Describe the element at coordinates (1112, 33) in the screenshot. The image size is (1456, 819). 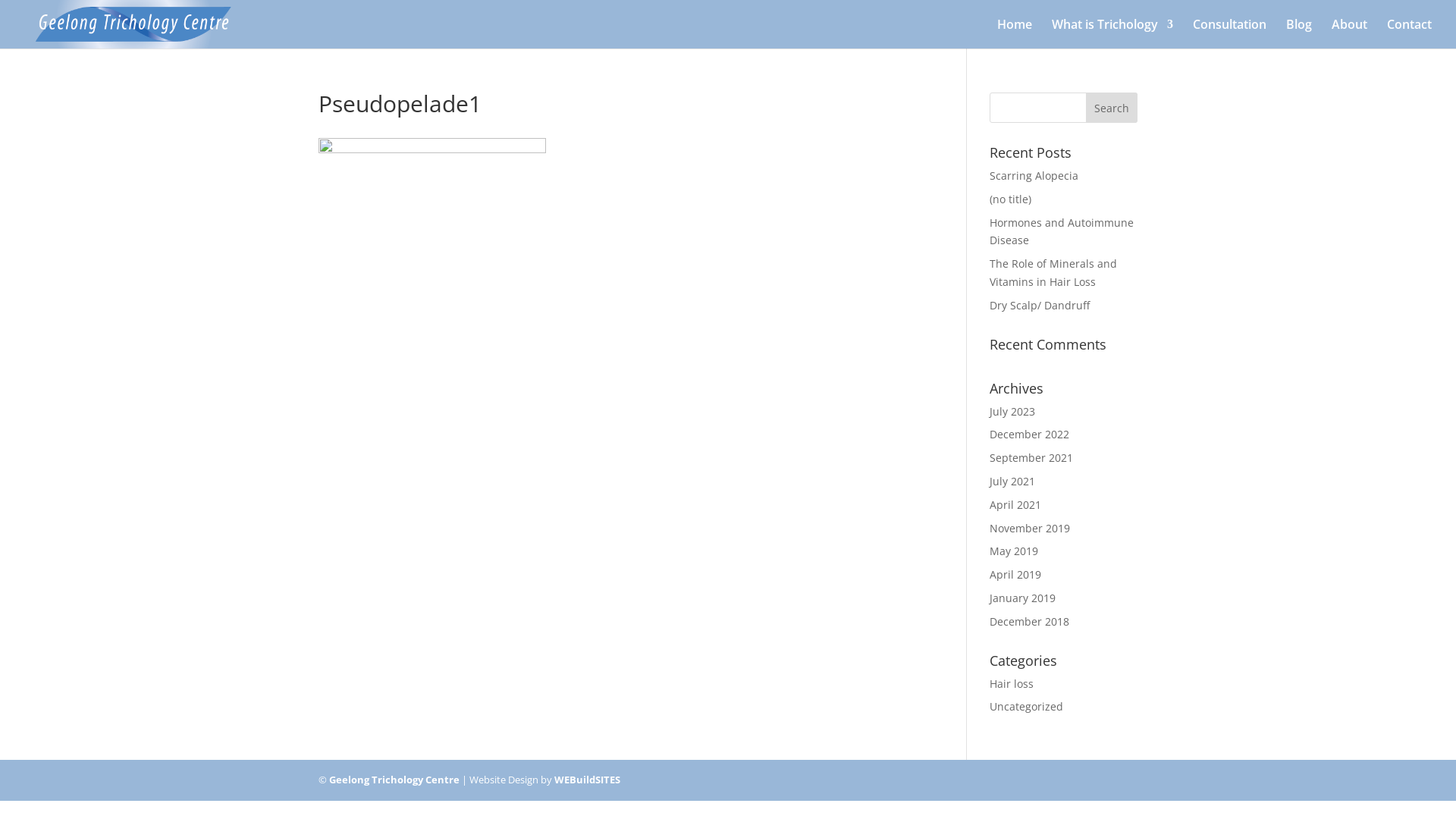
I see `'What is Trichology'` at that location.